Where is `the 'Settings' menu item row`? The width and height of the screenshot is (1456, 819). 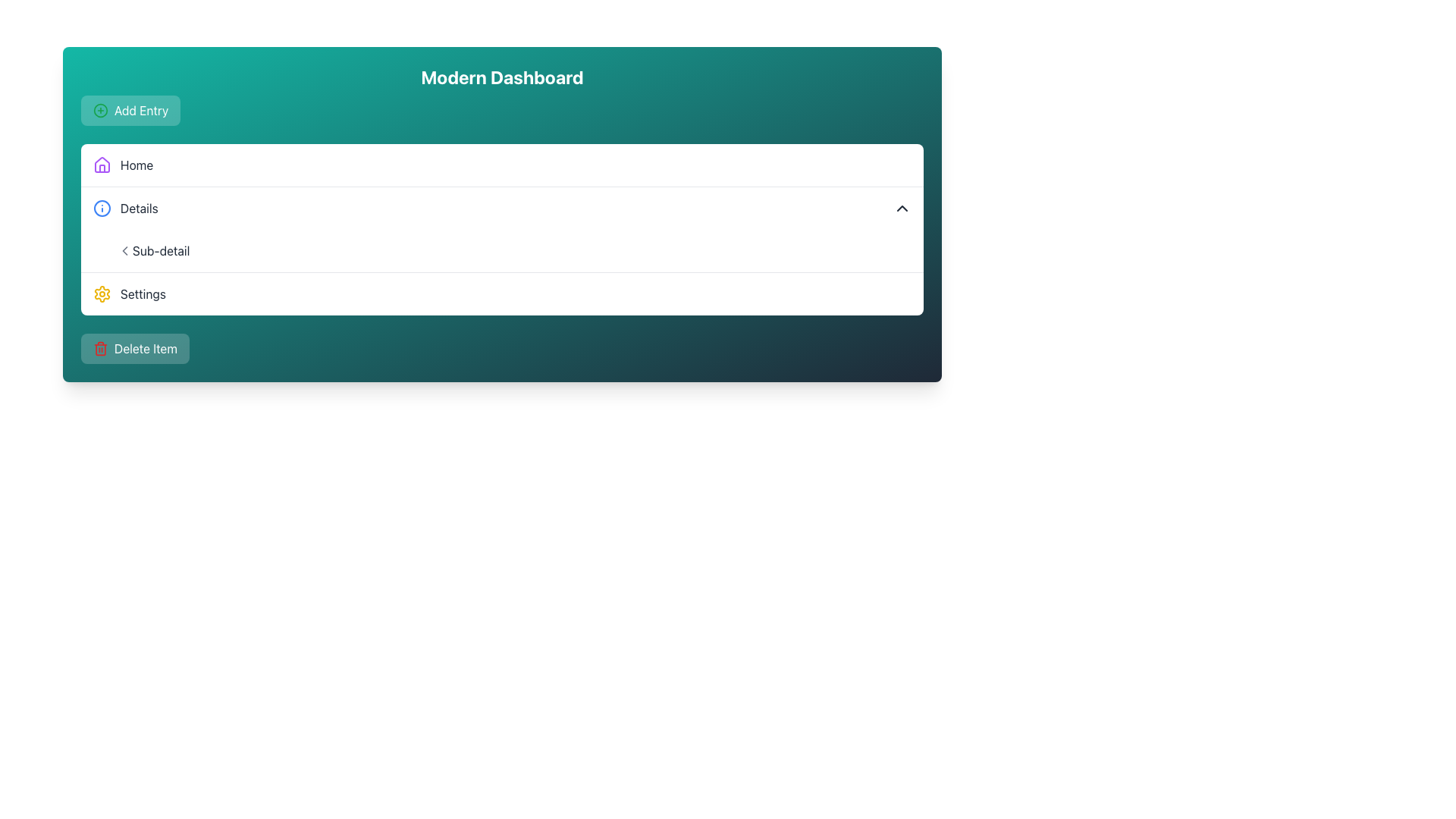 the 'Settings' menu item row is located at coordinates (143, 294).